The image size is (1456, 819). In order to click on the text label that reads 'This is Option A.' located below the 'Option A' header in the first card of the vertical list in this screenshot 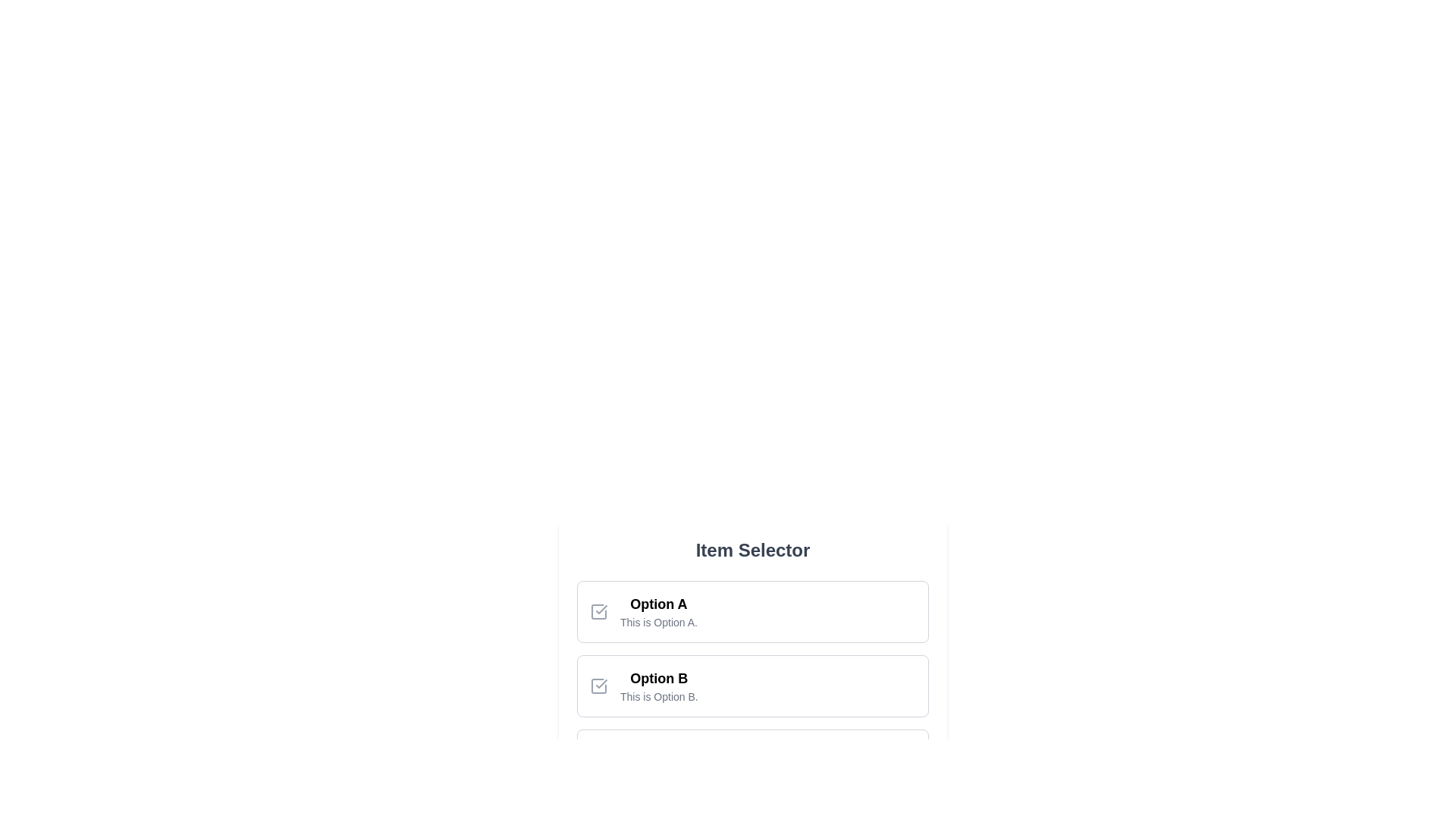, I will do `click(658, 623)`.